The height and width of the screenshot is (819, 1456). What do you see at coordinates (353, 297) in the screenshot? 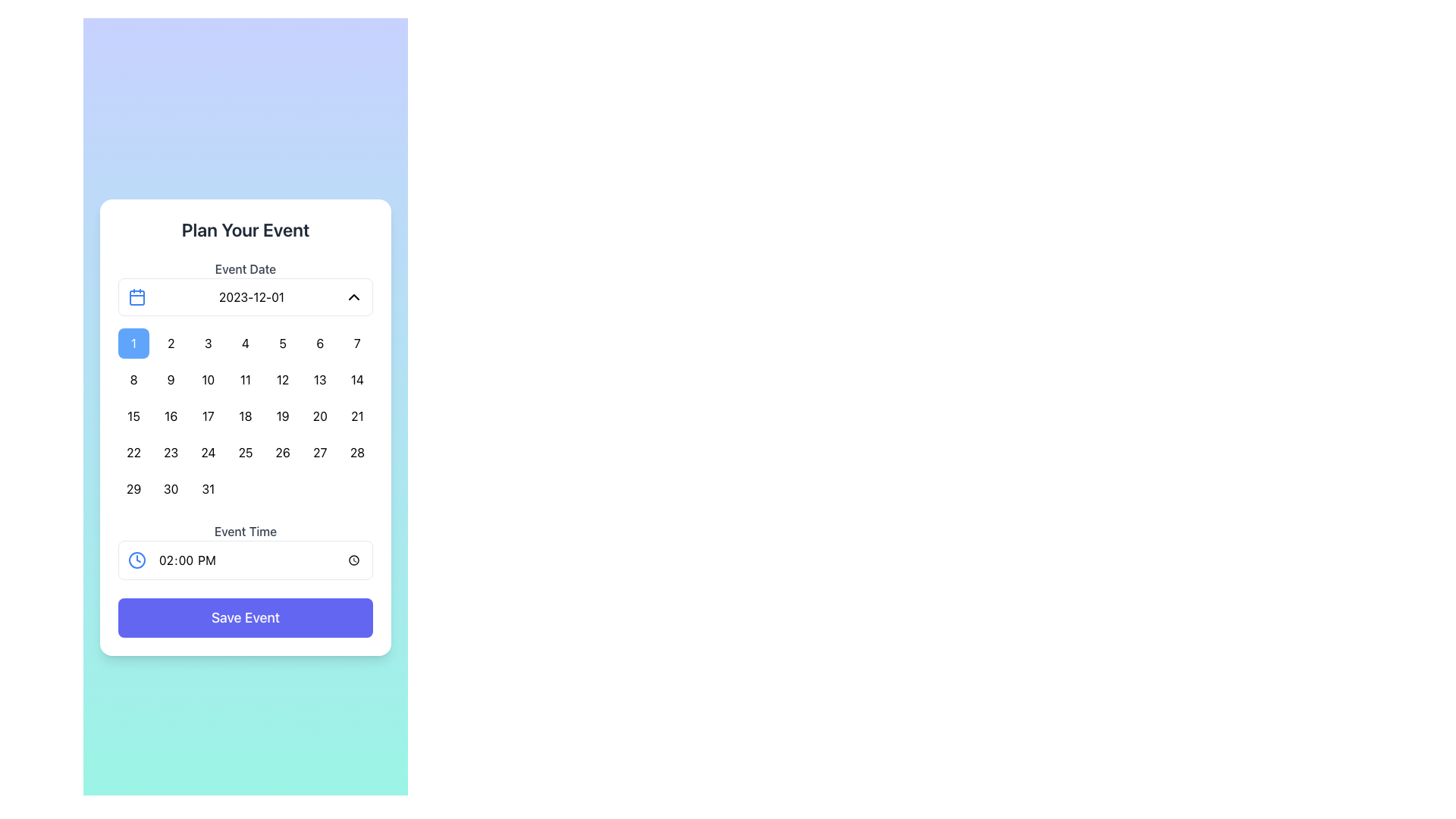
I see `the chevron-up icon located at the far right of the date selection interface to collapse the date selection` at bounding box center [353, 297].